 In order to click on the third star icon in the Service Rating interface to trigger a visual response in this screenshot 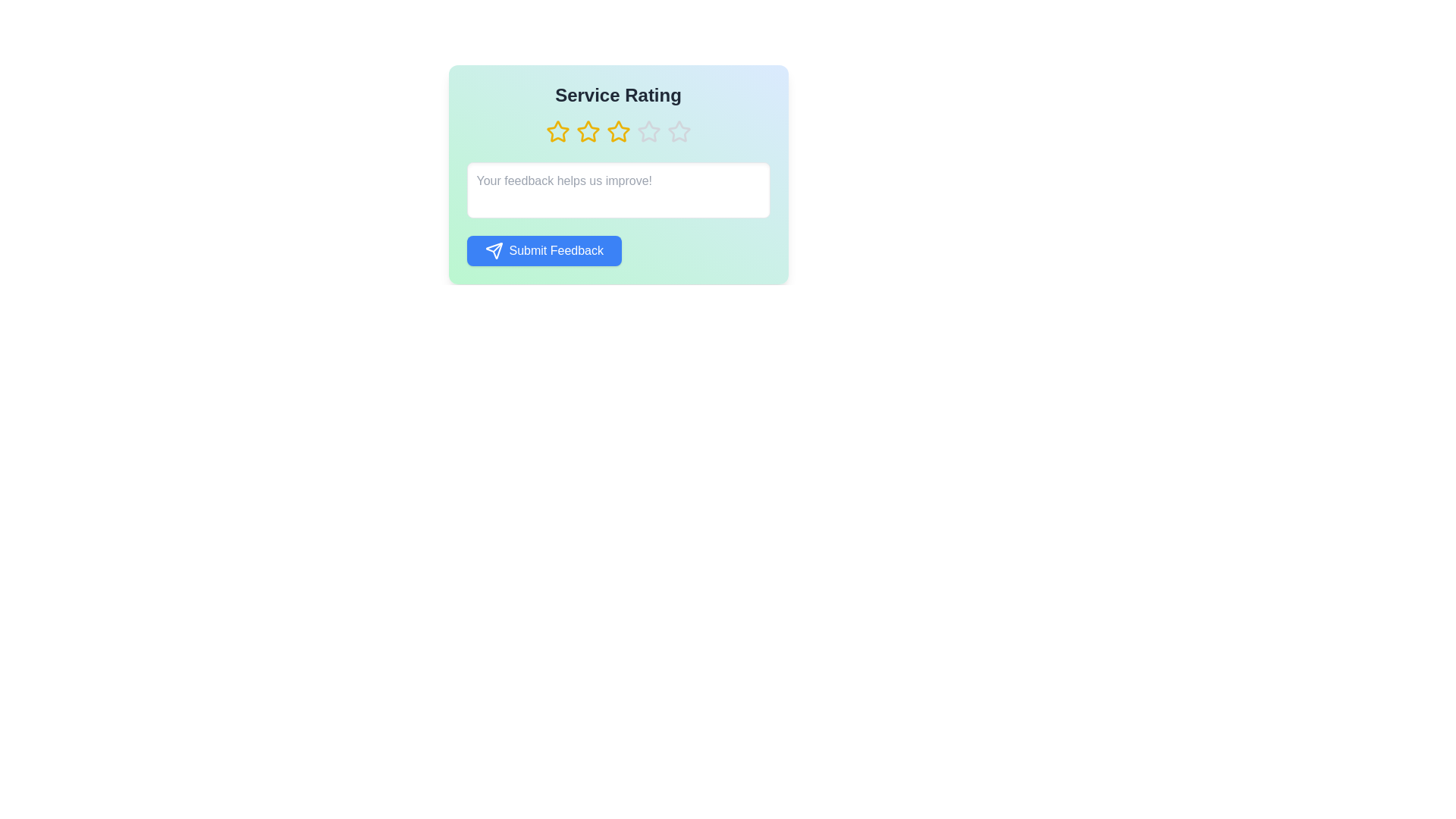, I will do `click(618, 130)`.